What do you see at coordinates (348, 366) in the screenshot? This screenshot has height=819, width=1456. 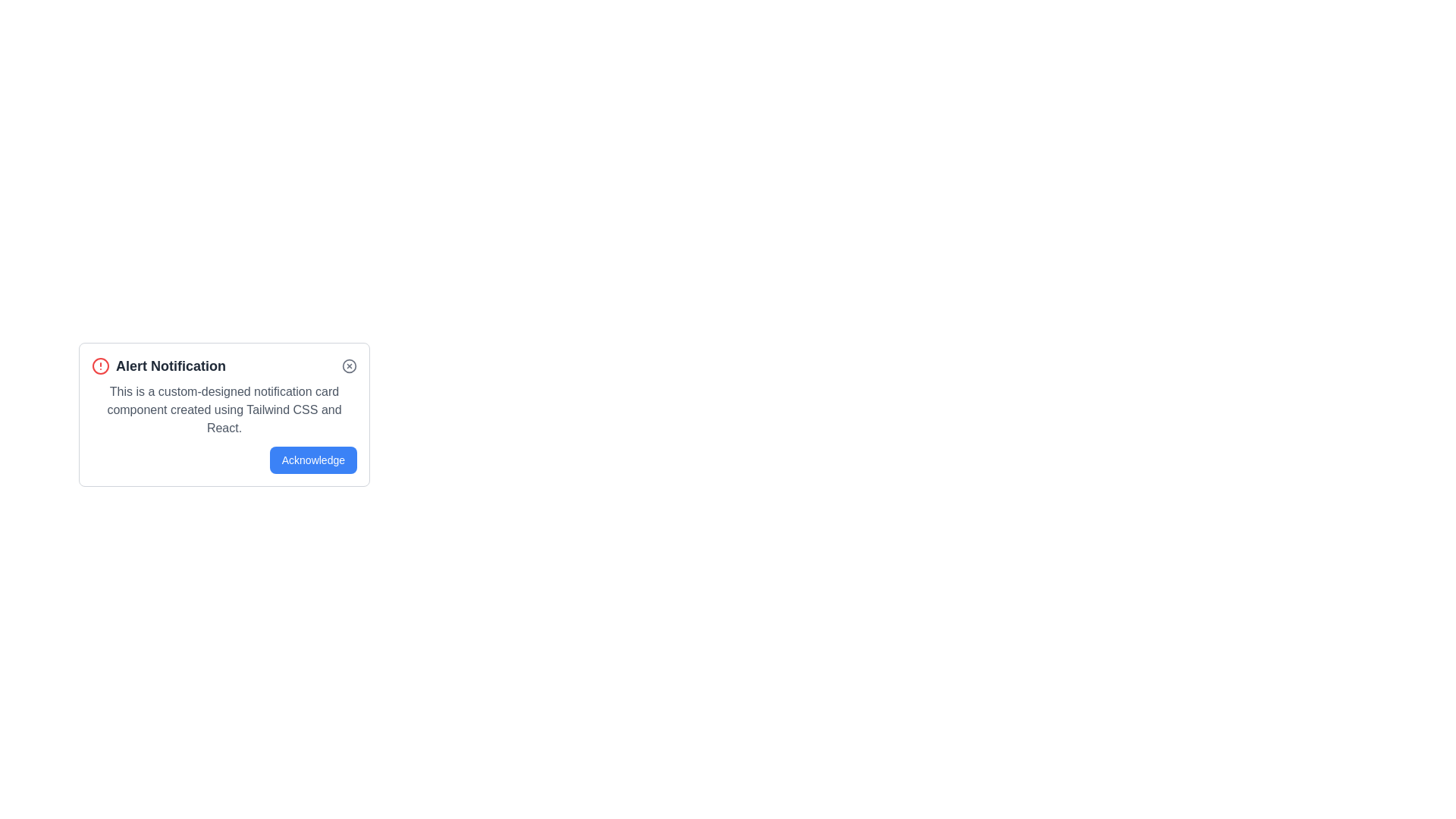 I see `the circle element that is part of the 'X' icon for notifications, located at the center of the card's top-right corner` at bounding box center [348, 366].